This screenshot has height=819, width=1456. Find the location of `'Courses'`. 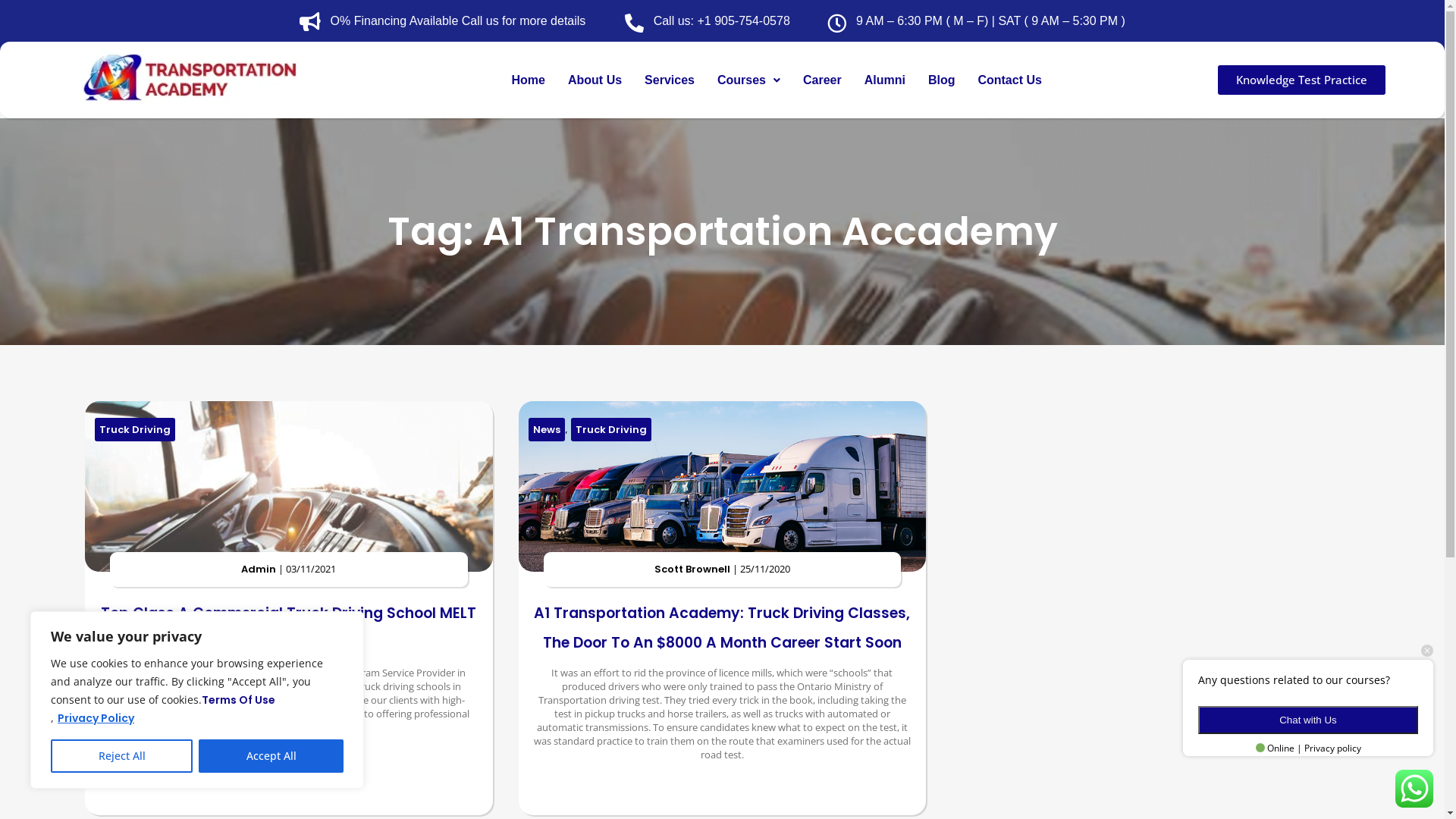

'Courses' is located at coordinates (748, 79).